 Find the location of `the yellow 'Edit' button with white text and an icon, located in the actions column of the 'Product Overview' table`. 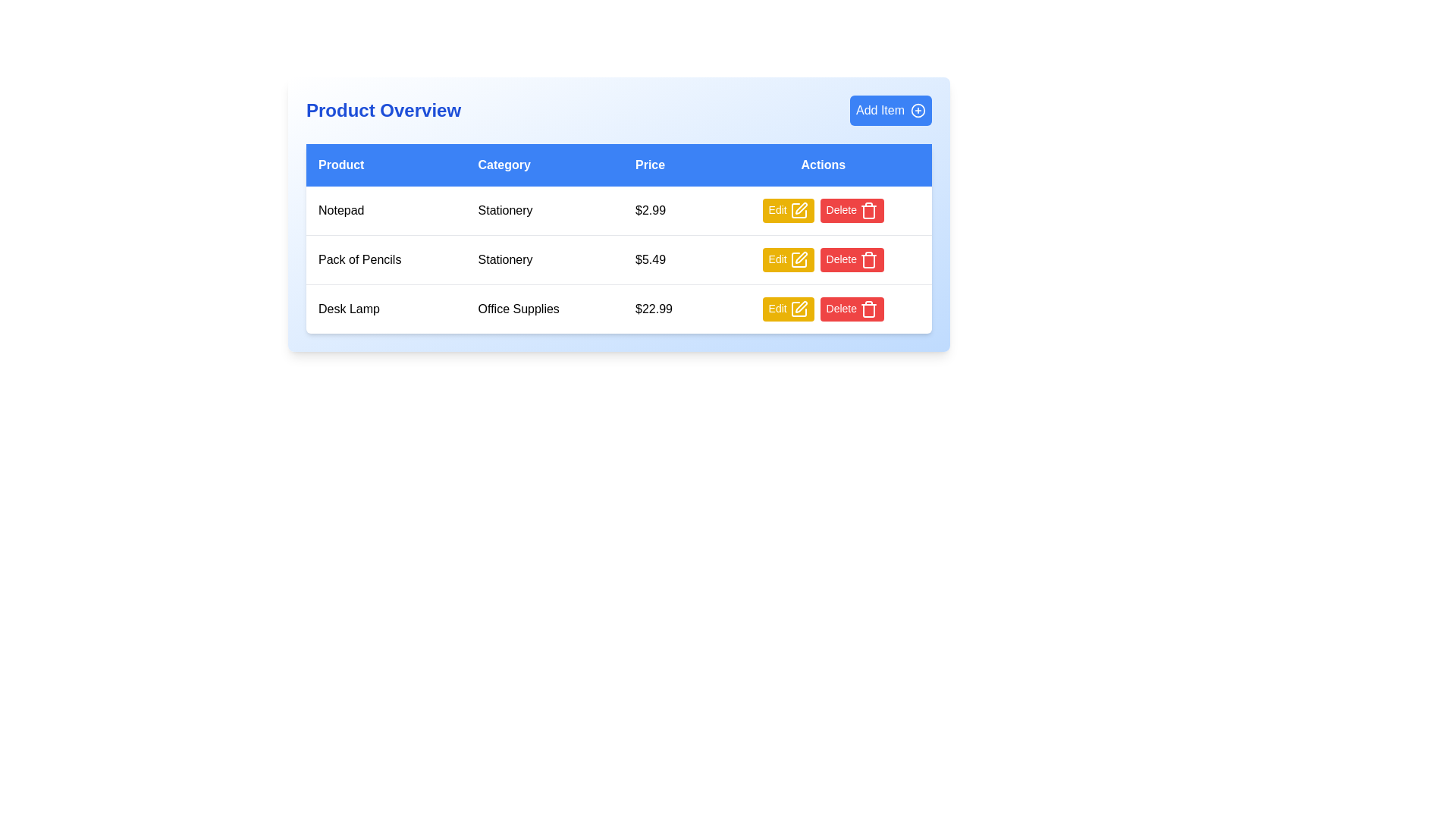

the yellow 'Edit' button with white text and an icon, located in the actions column of the 'Product Overview' table is located at coordinates (788, 309).